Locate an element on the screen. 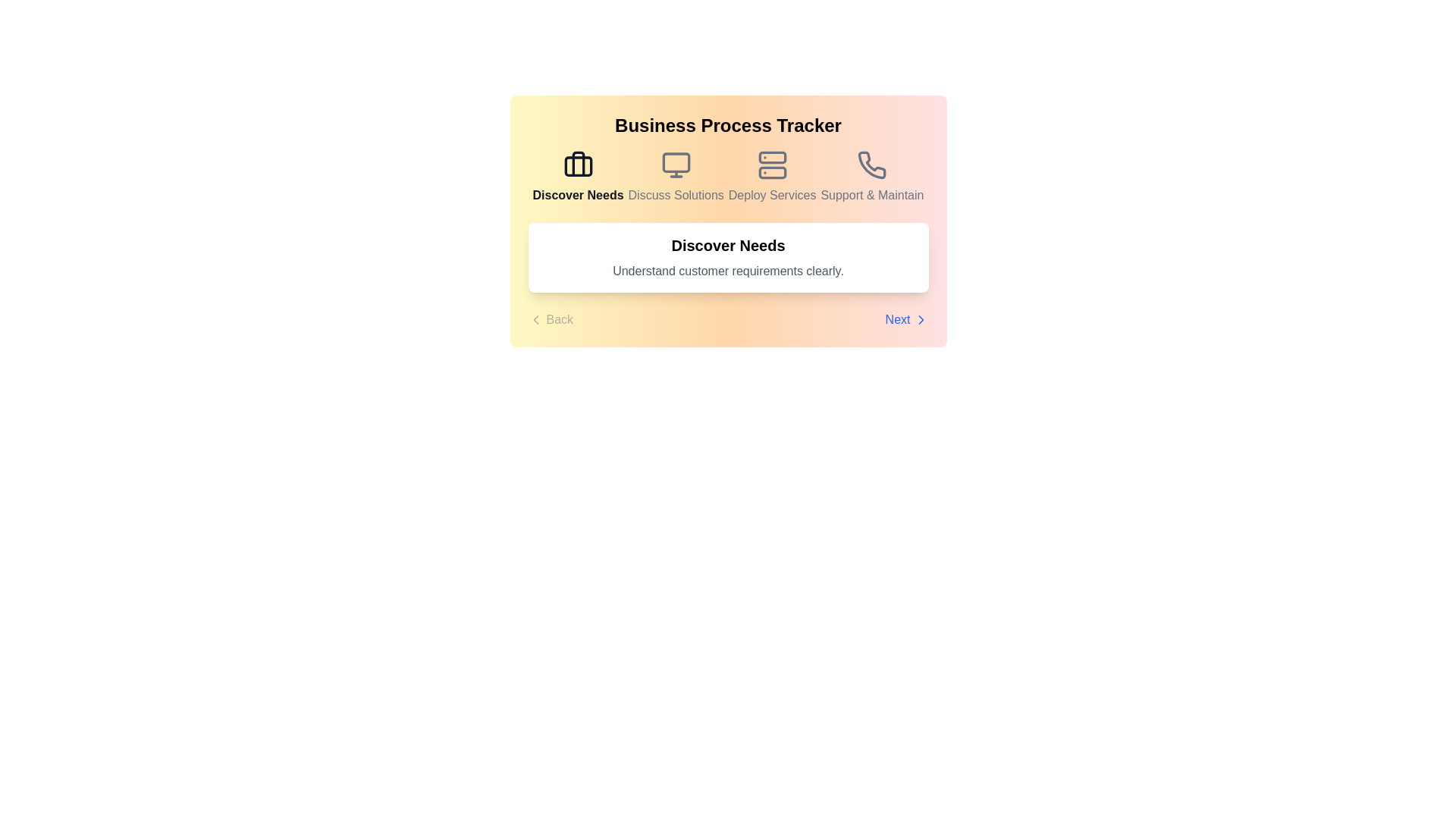 The width and height of the screenshot is (1456, 819). the step icon for Support & Maintain is located at coordinates (872, 177).